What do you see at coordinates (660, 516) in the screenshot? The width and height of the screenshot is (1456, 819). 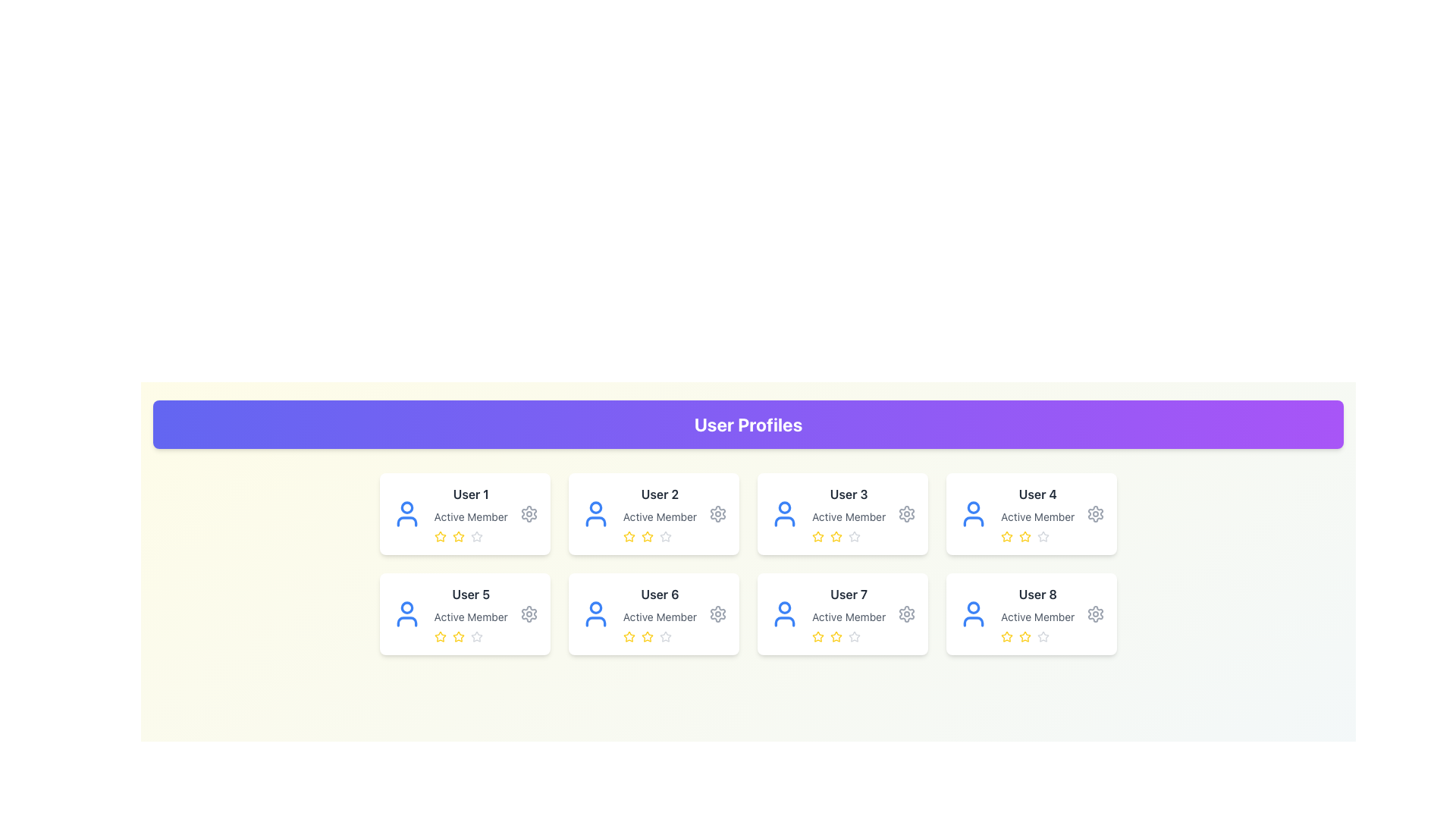 I see `the 'Active Member' text label, which is styled in gray and located beneath 'User 2' in the second card of the first row` at bounding box center [660, 516].